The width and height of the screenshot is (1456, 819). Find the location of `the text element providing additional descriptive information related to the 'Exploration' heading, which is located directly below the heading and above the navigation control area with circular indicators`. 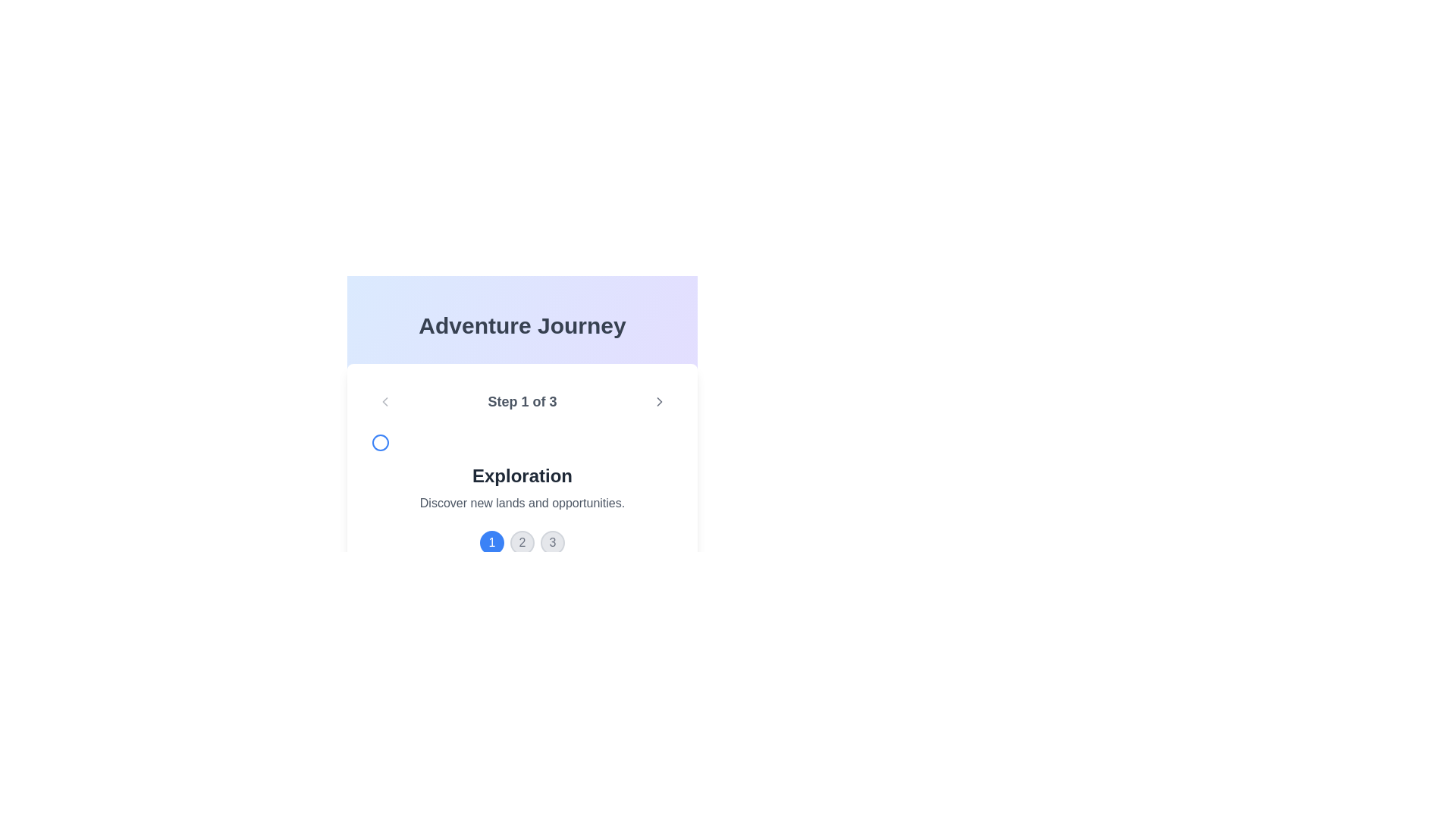

the text element providing additional descriptive information related to the 'Exploration' heading, which is located directly below the heading and above the navigation control area with circular indicators is located at coordinates (522, 503).